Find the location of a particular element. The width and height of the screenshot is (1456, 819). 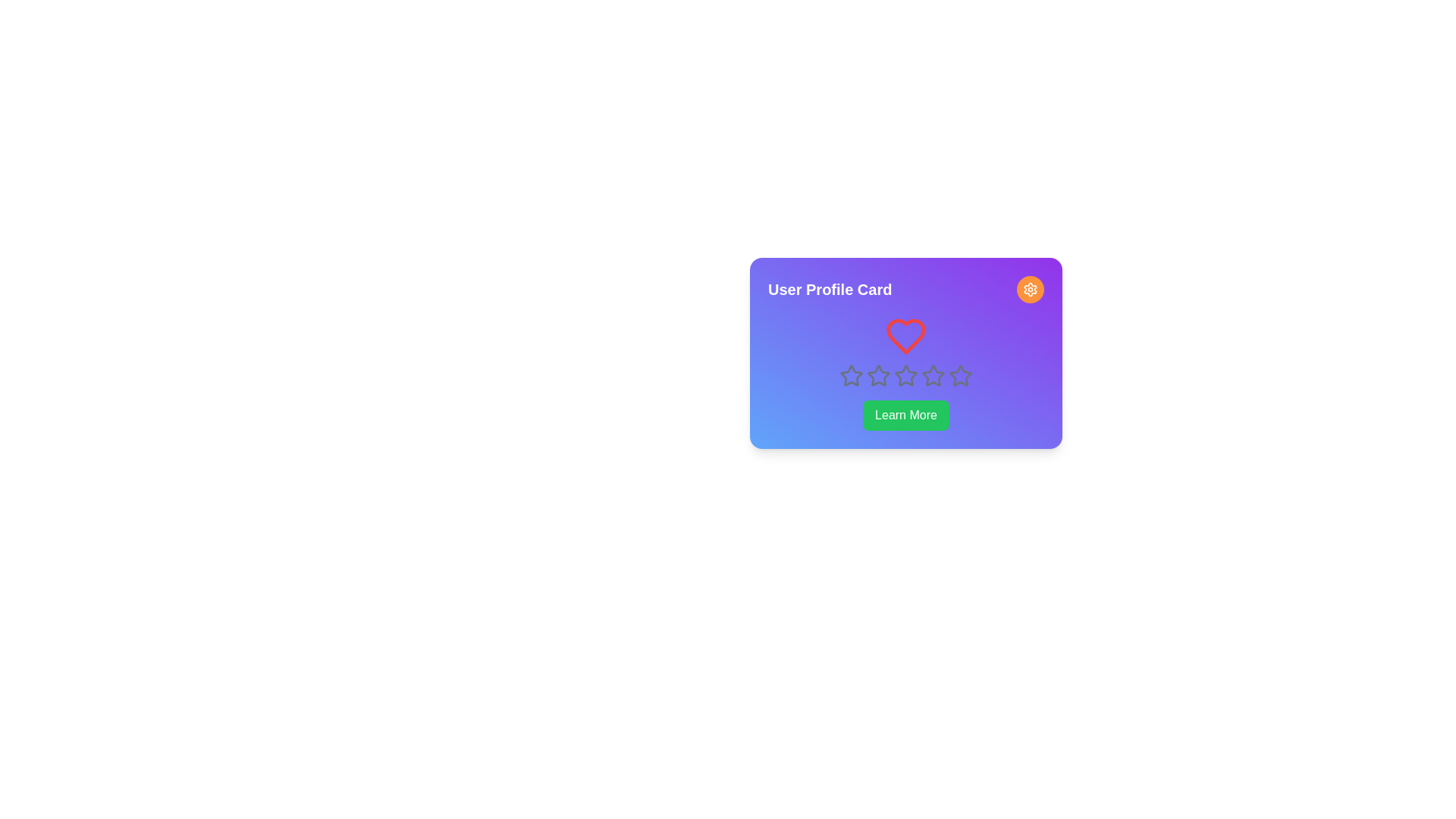

the green 'Learn More' button with white text located at the center-bottom of the User Profile Card is located at coordinates (906, 415).